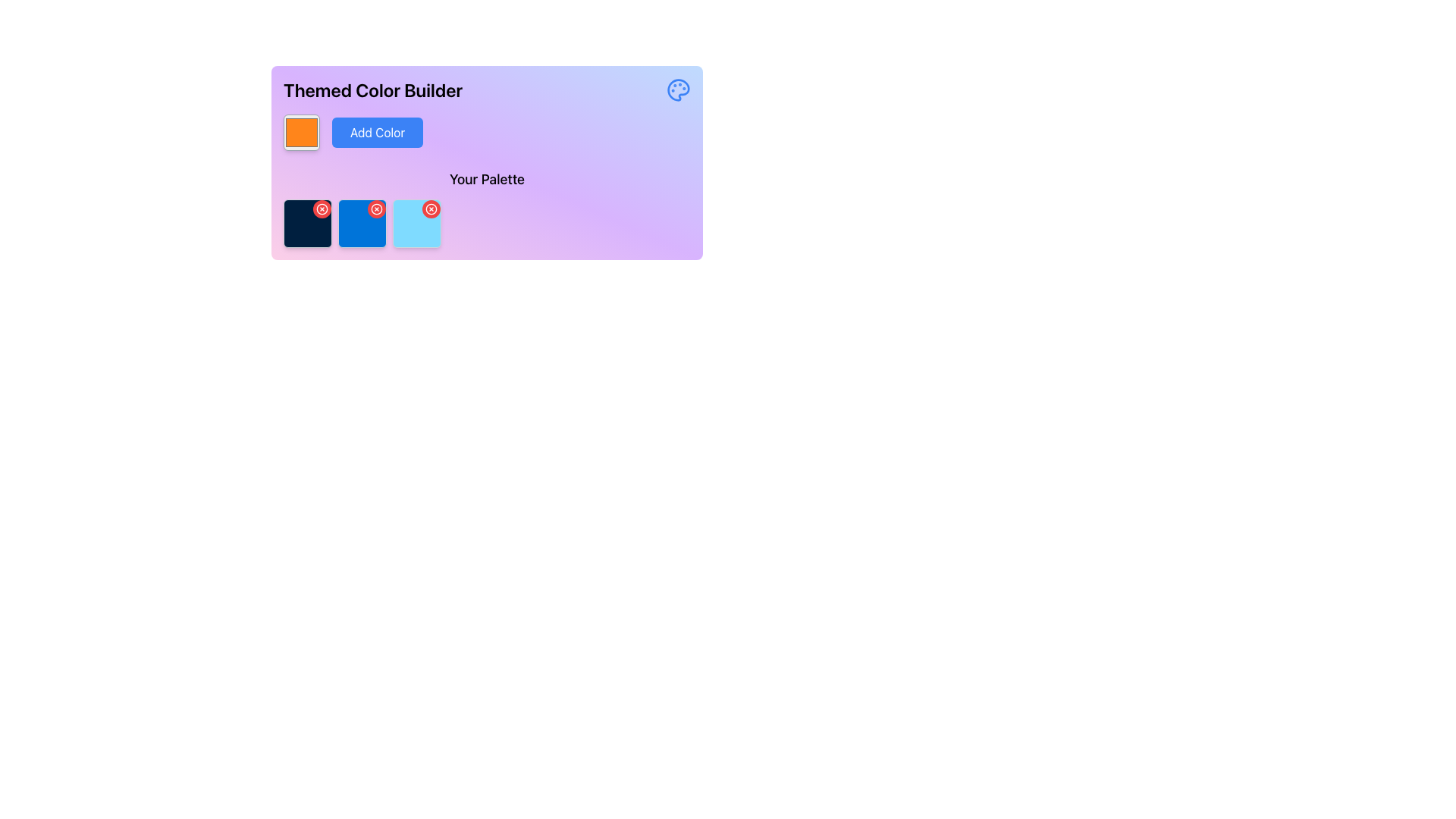 Image resolution: width=1456 pixels, height=819 pixels. What do you see at coordinates (322, 209) in the screenshot?
I see `the delete button located at the top-right corner of the first card in the 'Your Palette' section` at bounding box center [322, 209].